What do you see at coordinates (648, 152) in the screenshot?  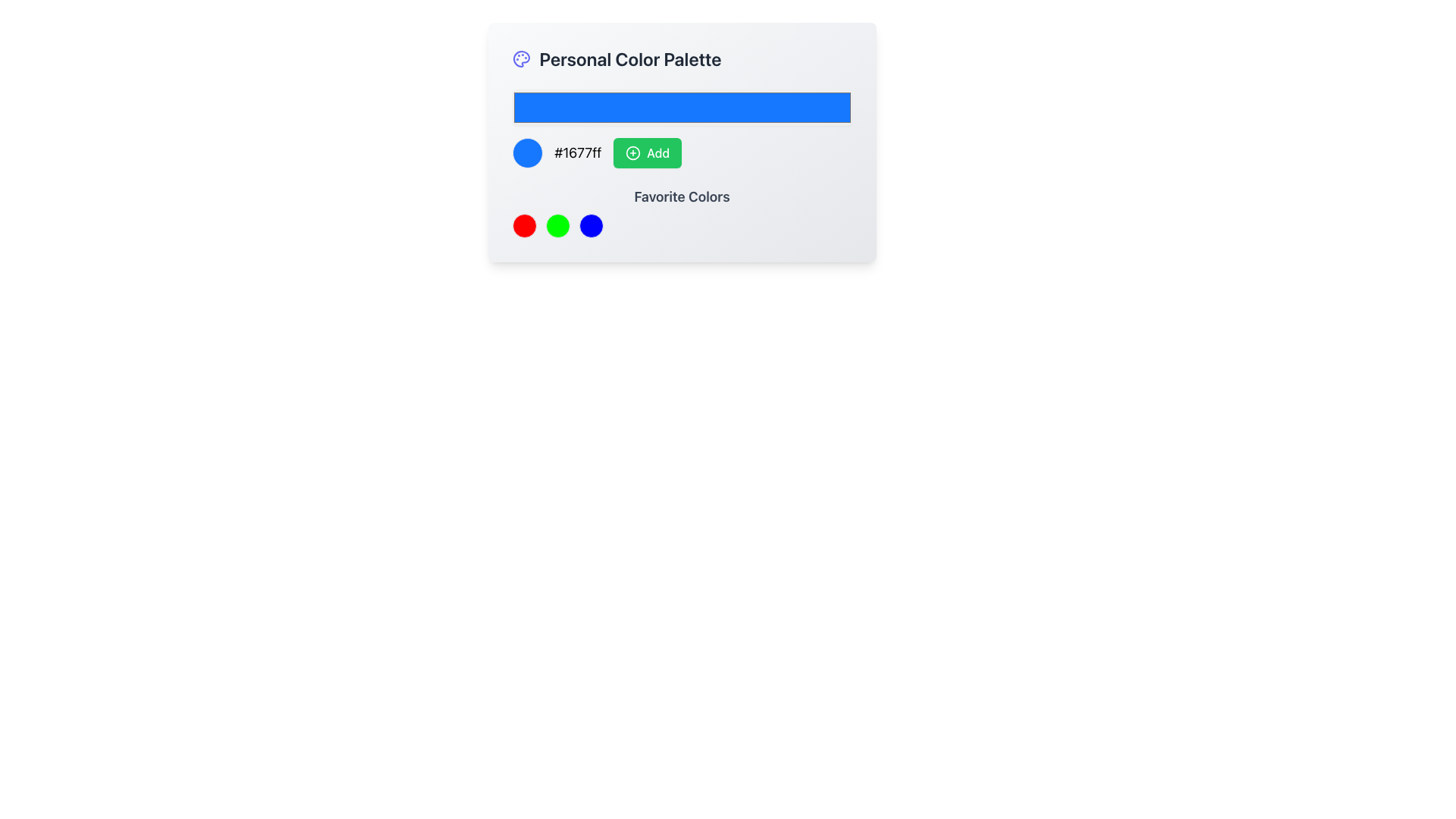 I see `the add new items button located in the top-right section of the color information panel` at bounding box center [648, 152].